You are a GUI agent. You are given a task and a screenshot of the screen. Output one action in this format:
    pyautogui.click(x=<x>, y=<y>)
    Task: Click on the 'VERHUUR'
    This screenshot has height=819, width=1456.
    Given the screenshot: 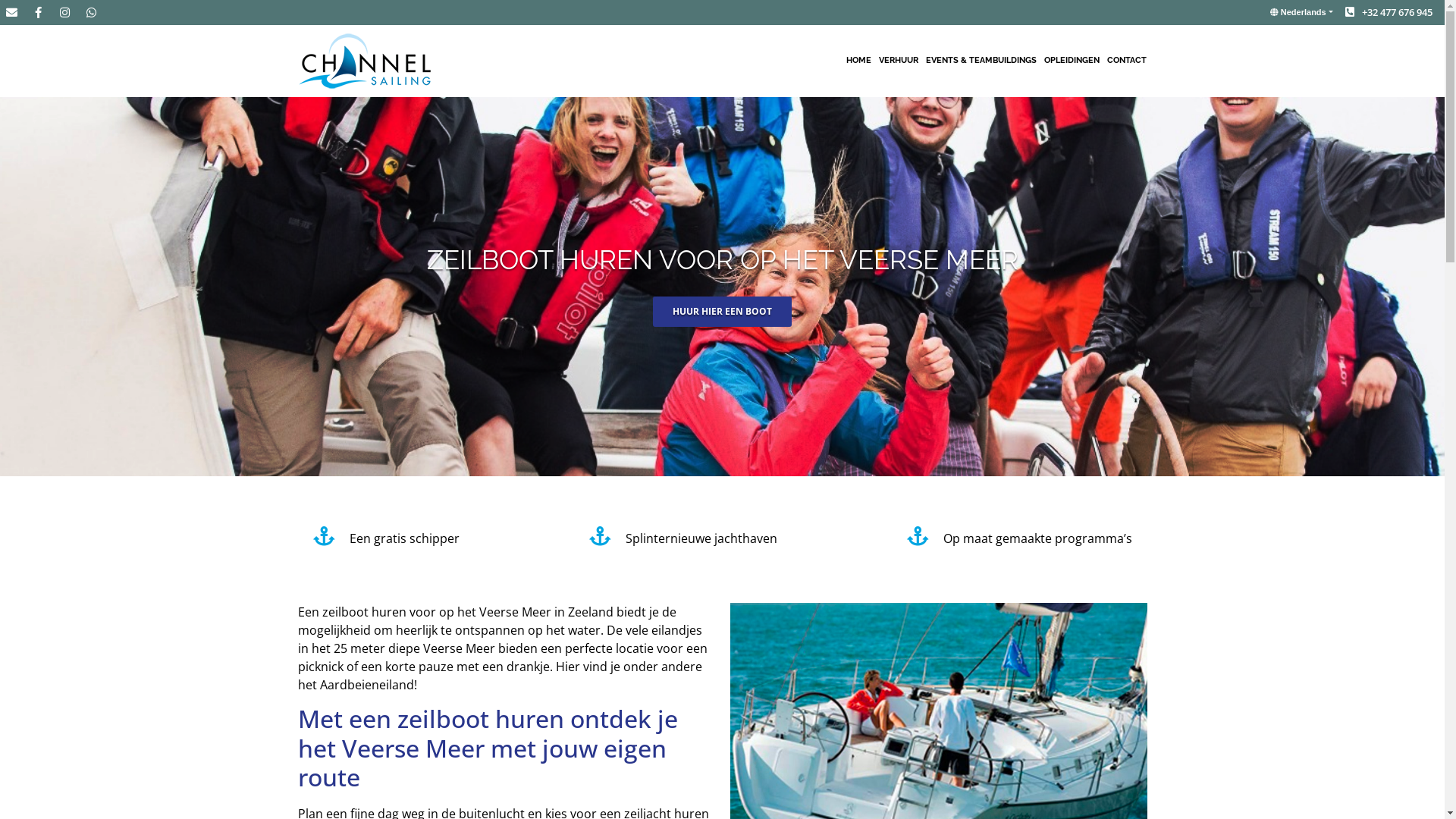 What is the action you would take?
    pyautogui.click(x=899, y=60)
    